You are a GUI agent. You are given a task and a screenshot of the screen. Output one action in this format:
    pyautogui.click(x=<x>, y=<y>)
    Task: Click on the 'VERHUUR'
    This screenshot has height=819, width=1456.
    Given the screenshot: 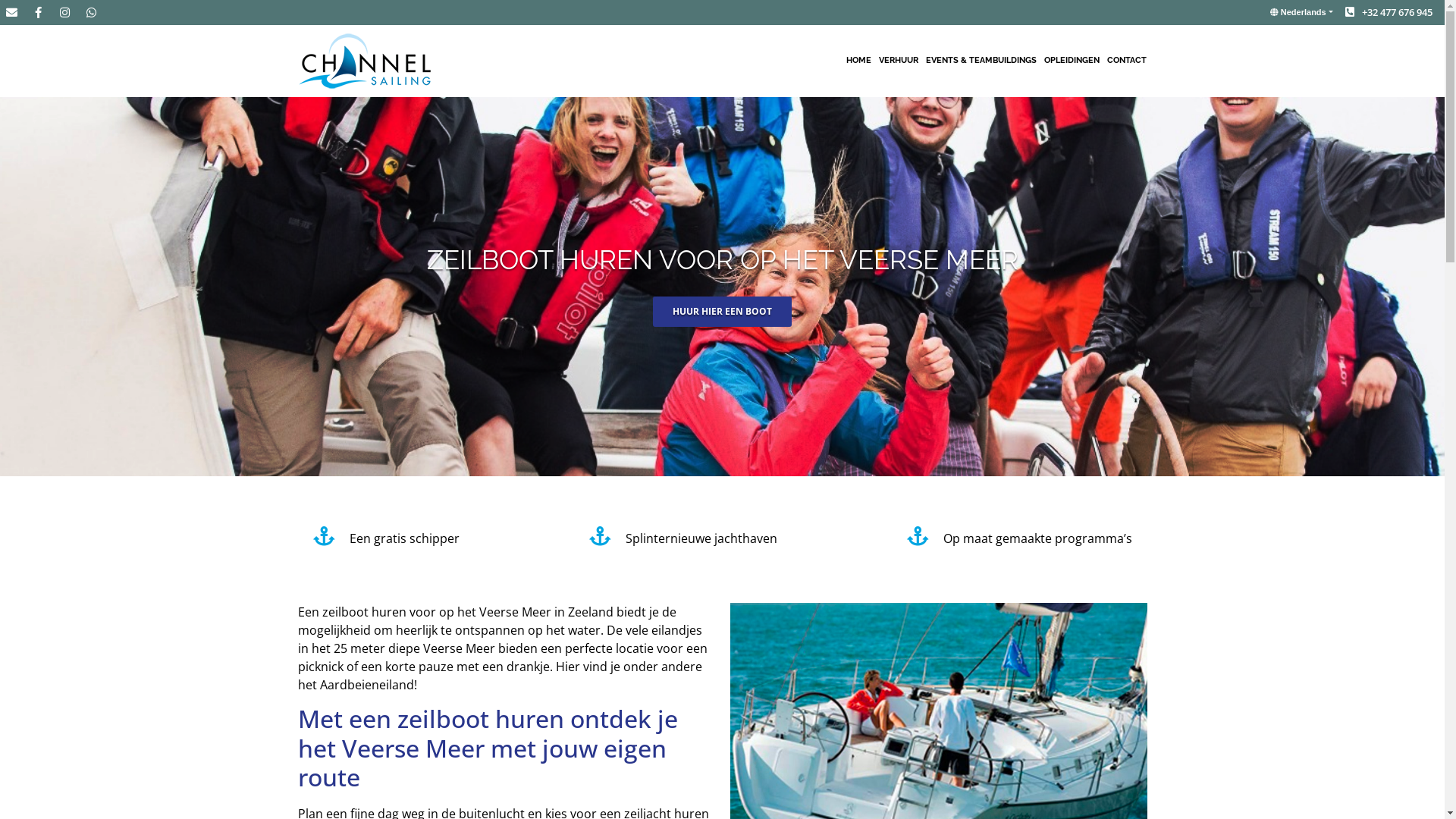 What is the action you would take?
    pyautogui.click(x=899, y=60)
    